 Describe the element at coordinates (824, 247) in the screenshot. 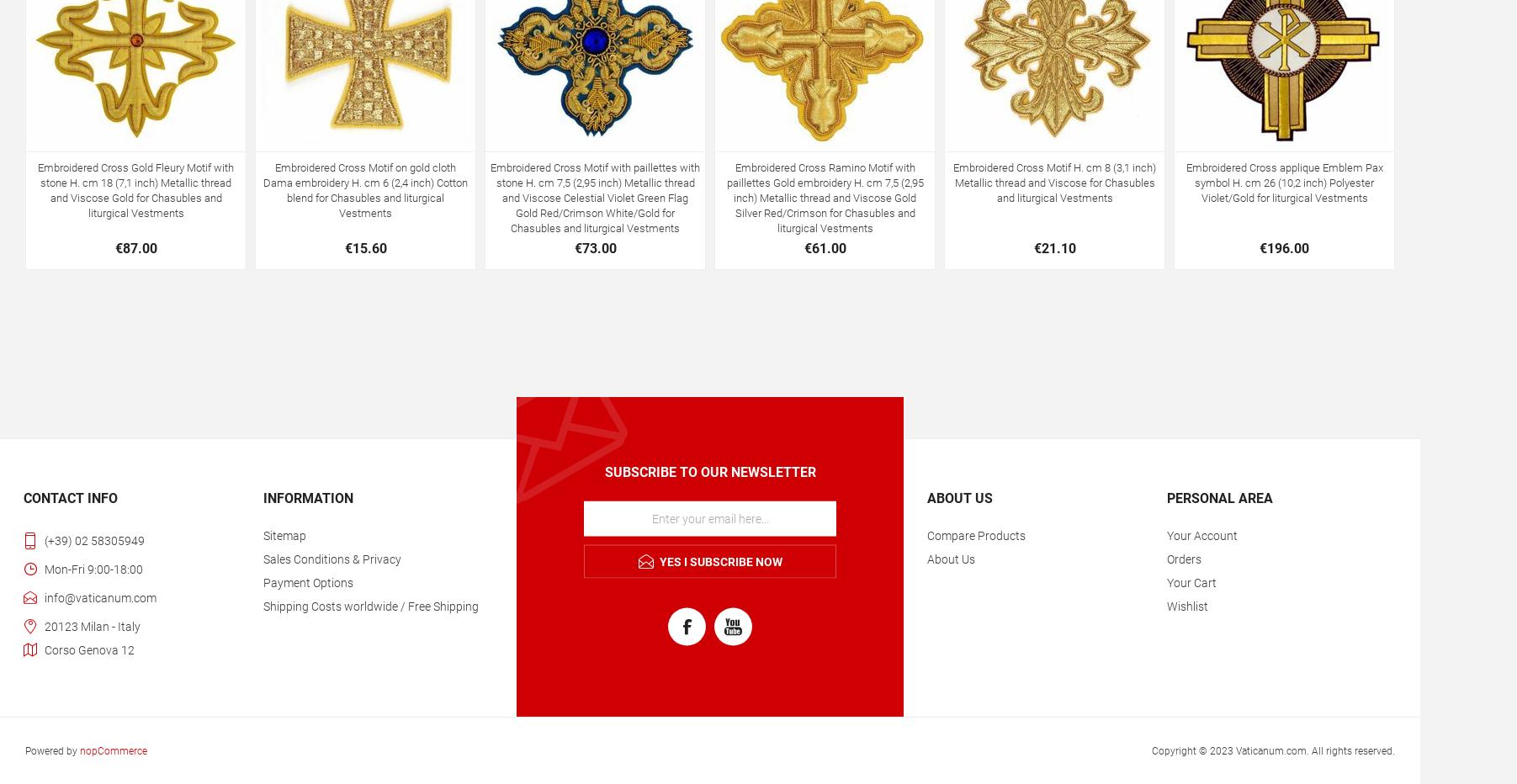

I see `'€61.00'` at that location.